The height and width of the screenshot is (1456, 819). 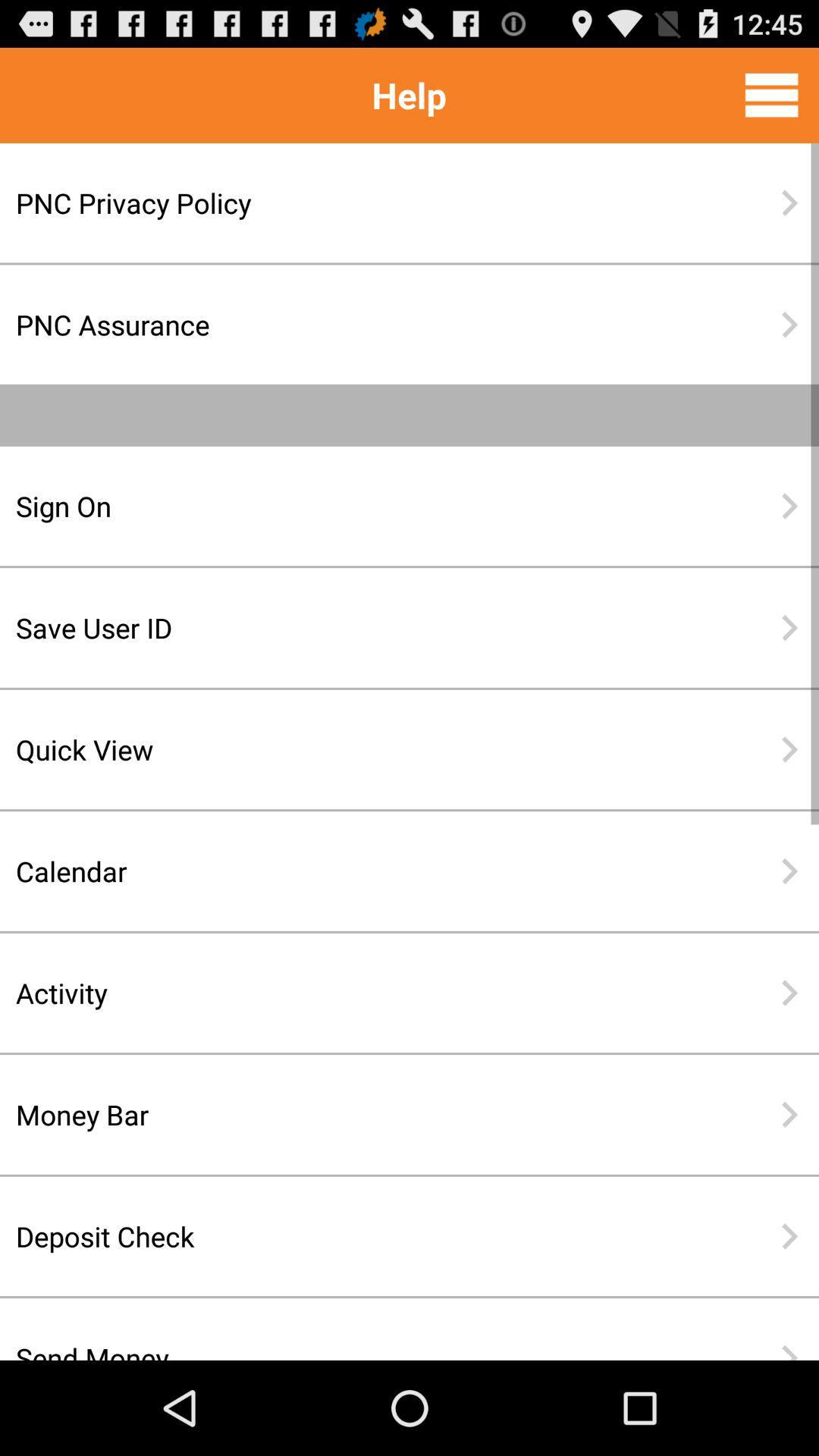 What do you see at coordinates (789, 993) in the screenshot?
I see `icon to the right of activity icon` at bounding box center [789, 993].